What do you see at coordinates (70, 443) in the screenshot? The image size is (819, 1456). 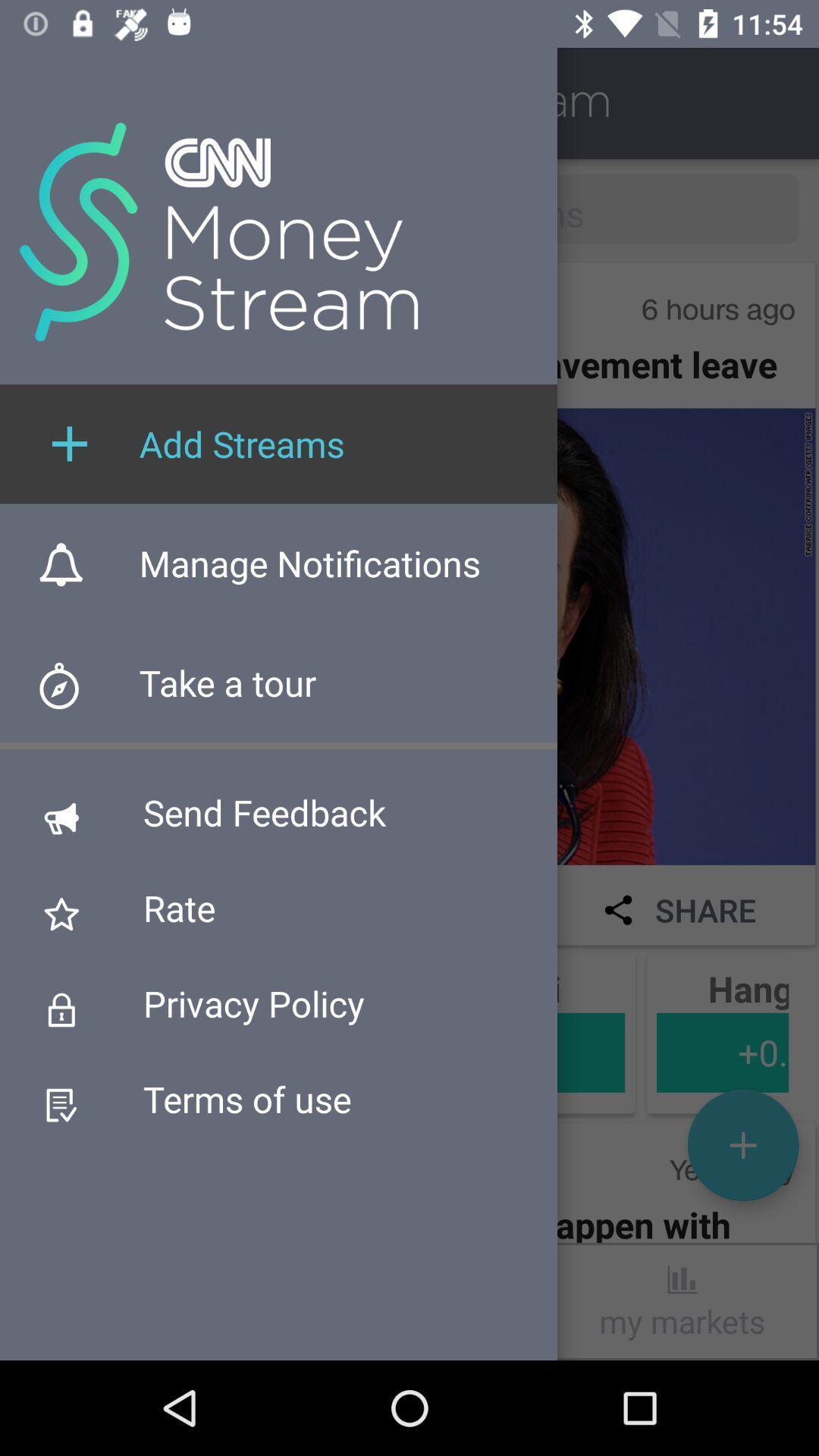 I see `the icon left to add streams` at bounding box center [70, 443].